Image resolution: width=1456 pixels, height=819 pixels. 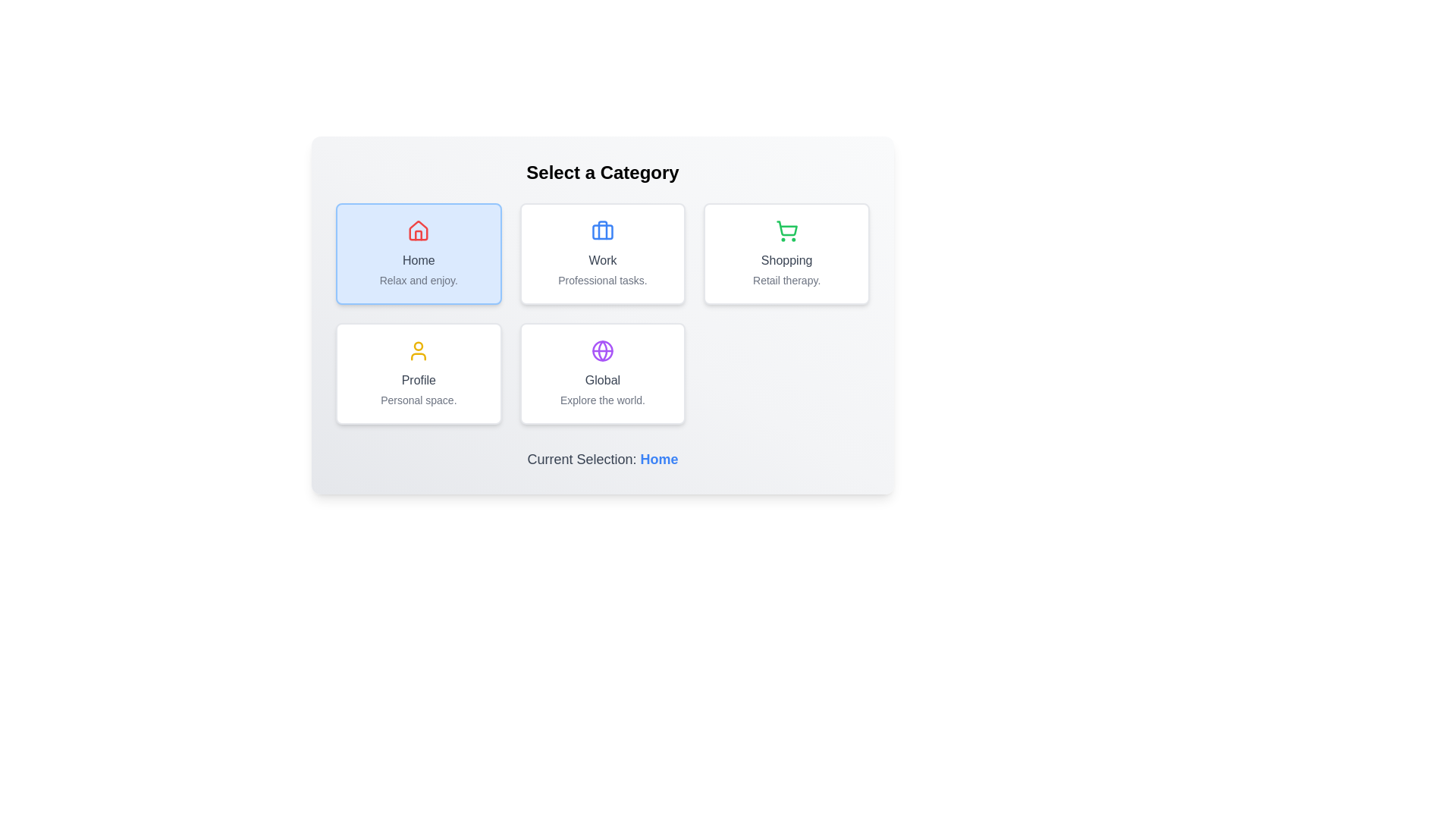 What do you see at coordinates (419, 374) in the screenshot?
I see `the category button for Profile` at bounding box center [419, 374].